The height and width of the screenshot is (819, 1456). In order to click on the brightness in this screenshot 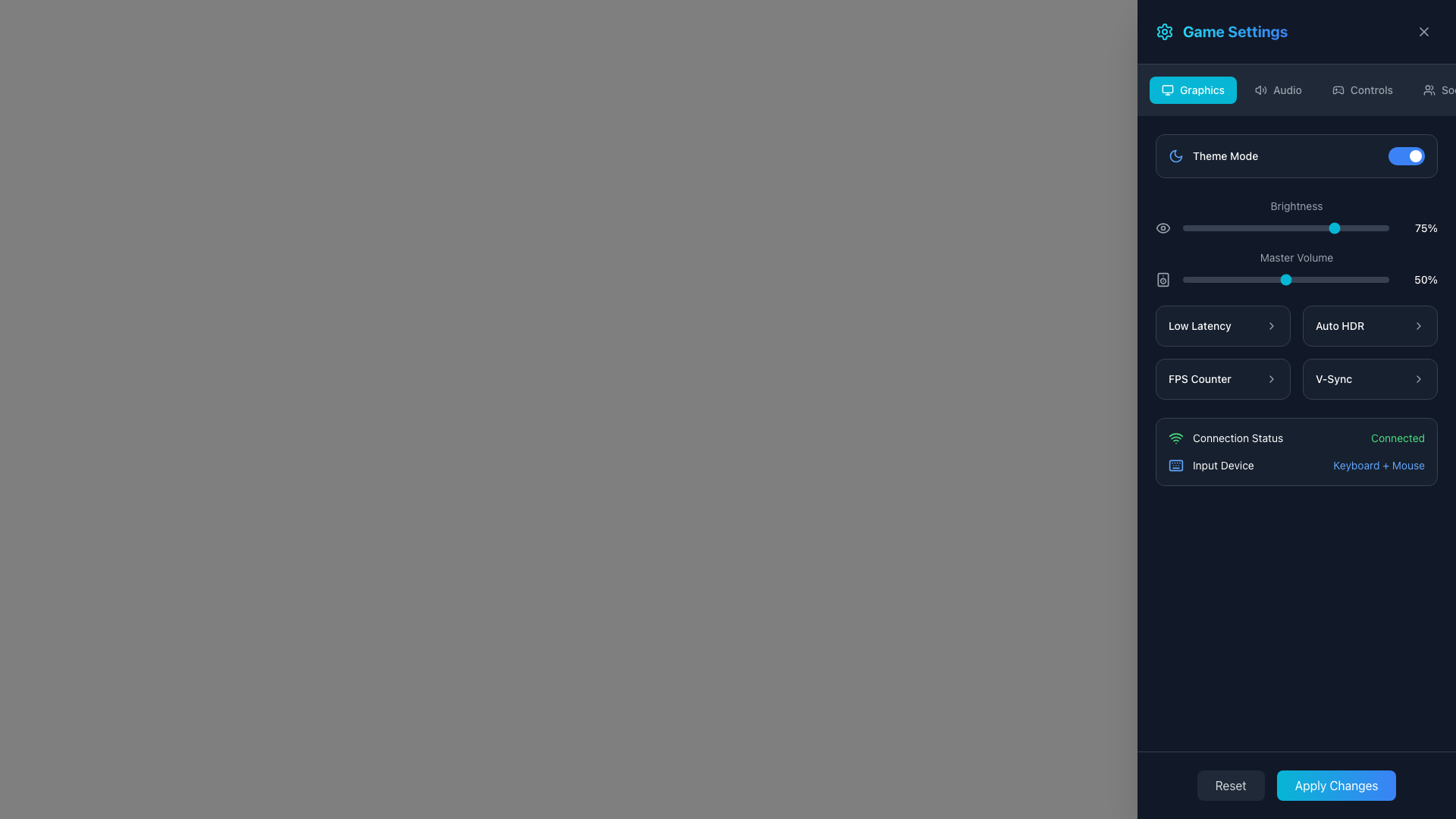, I will do `click(1184, 227)`.